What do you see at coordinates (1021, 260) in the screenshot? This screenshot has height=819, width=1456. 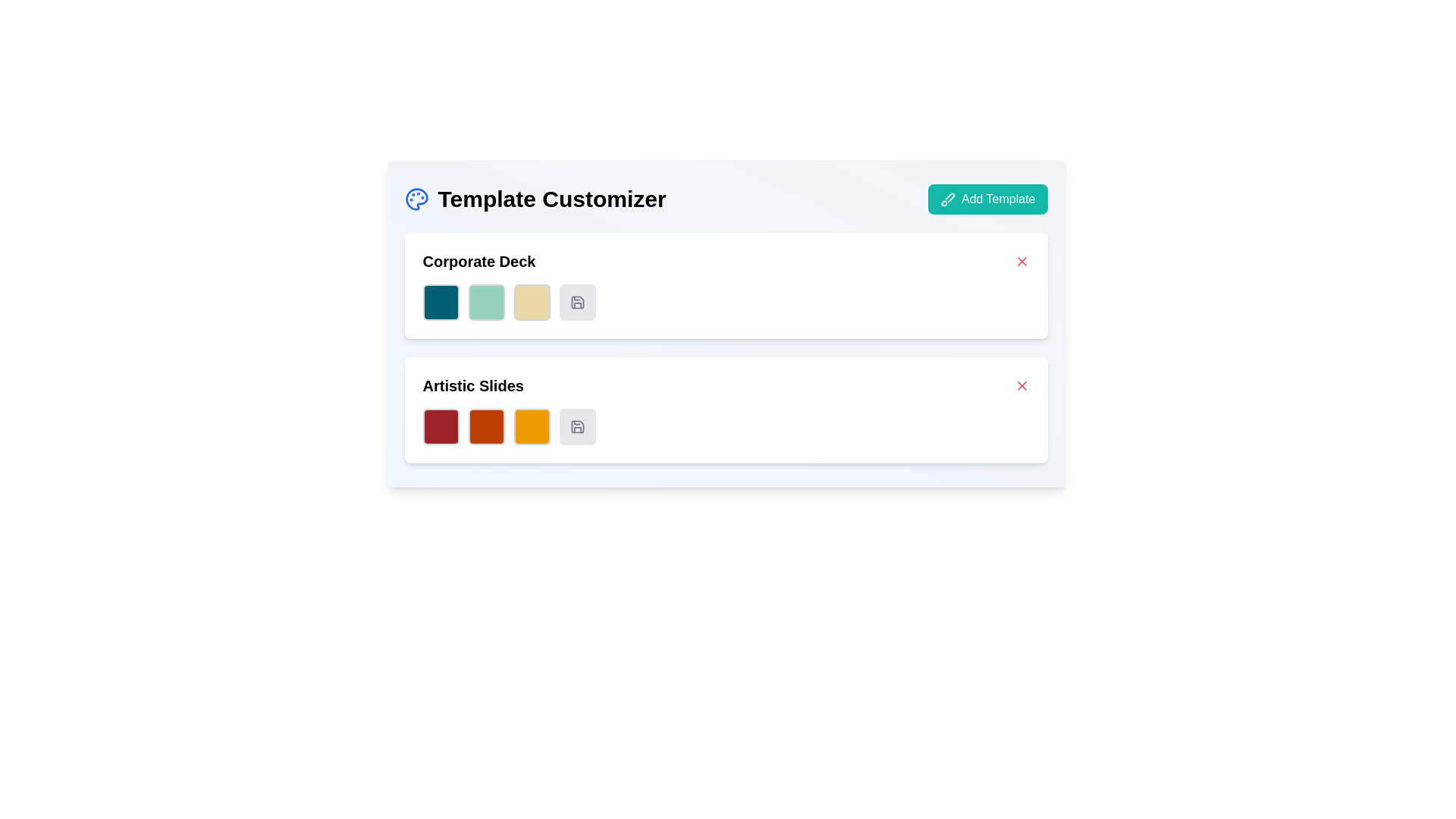 I see `the 'X' shaped close icon located in the upper-right corner of the 'Corporate Deck' card` at bounding box center [1021, 260].